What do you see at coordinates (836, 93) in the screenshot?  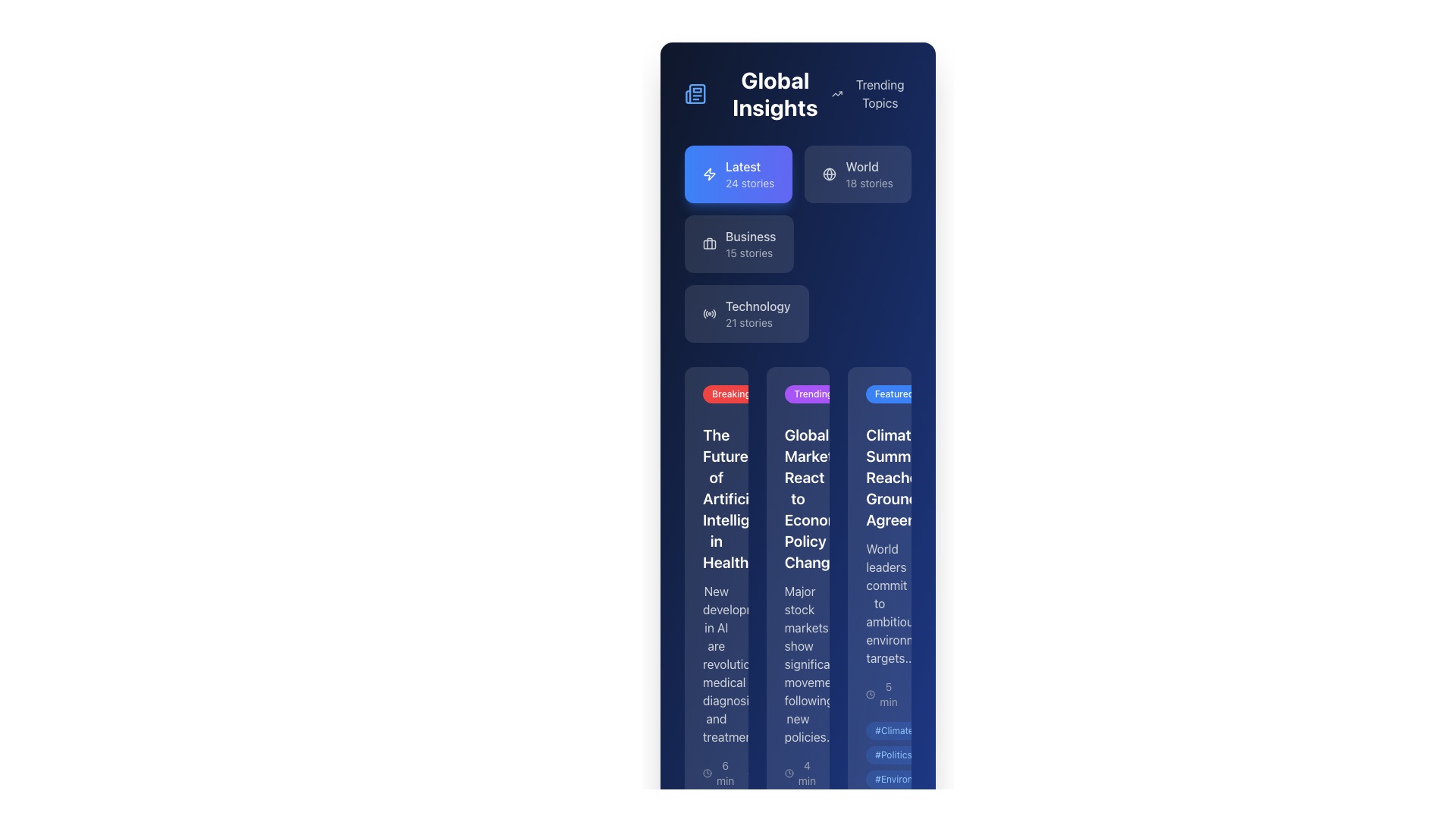 I see `the decorative icon representing 'Trending Topics'` at bounding box center [836, 93].